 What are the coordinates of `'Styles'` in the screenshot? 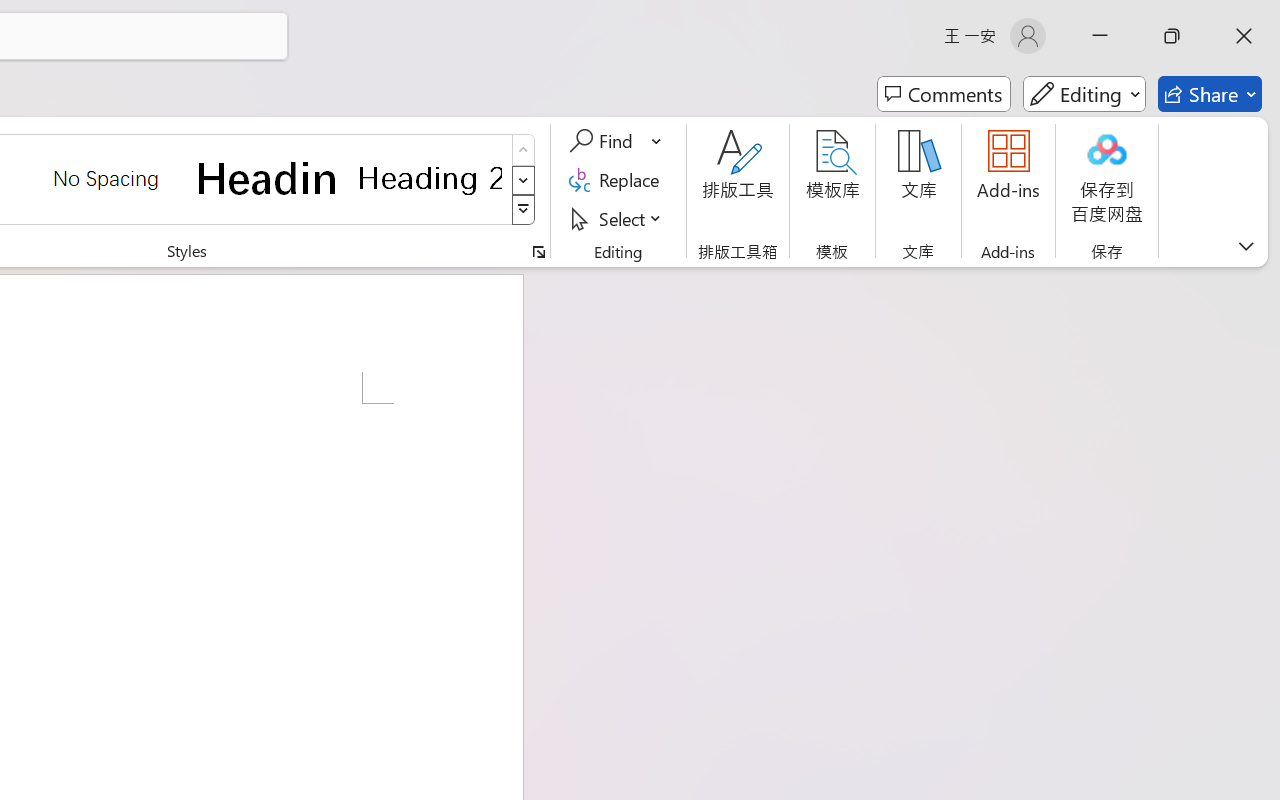 It's located at (523, 210).